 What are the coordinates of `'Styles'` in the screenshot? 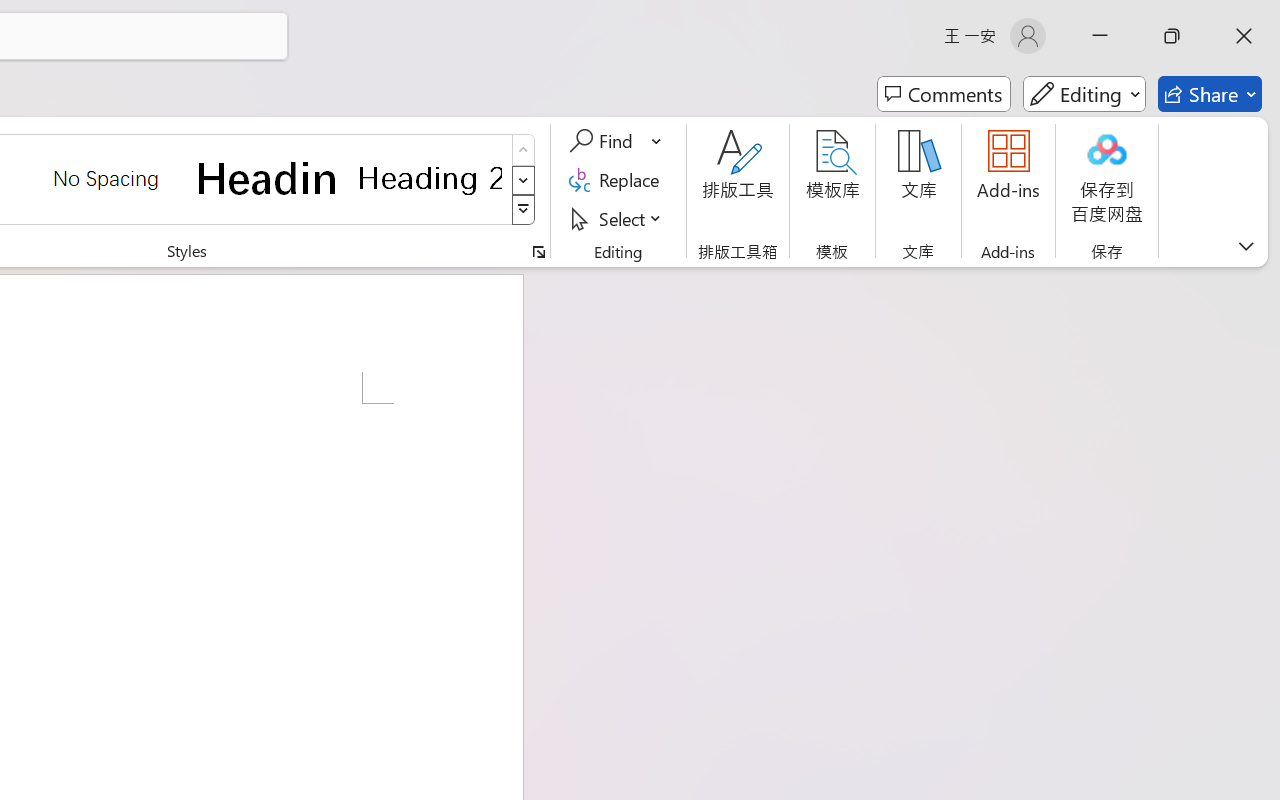 It's located at (523, 210).